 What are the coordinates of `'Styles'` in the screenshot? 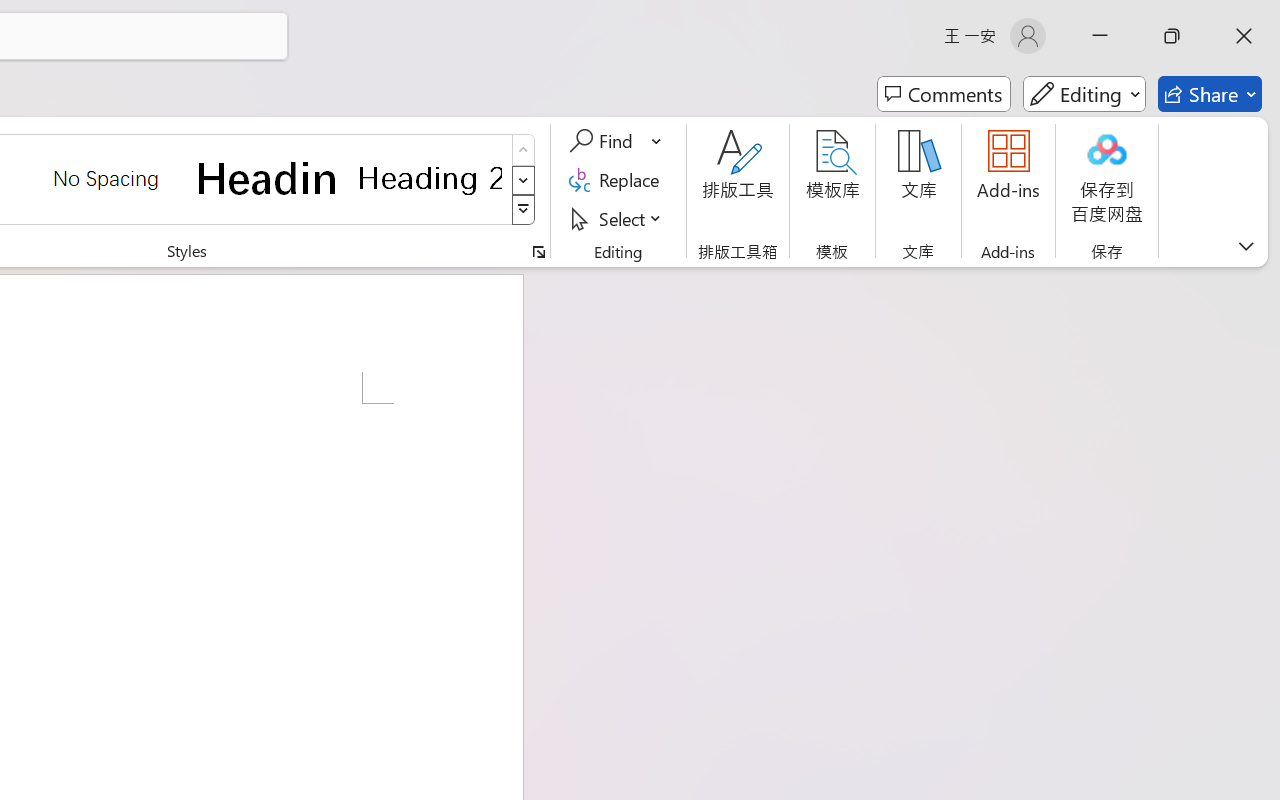 It's located at (523, 210).